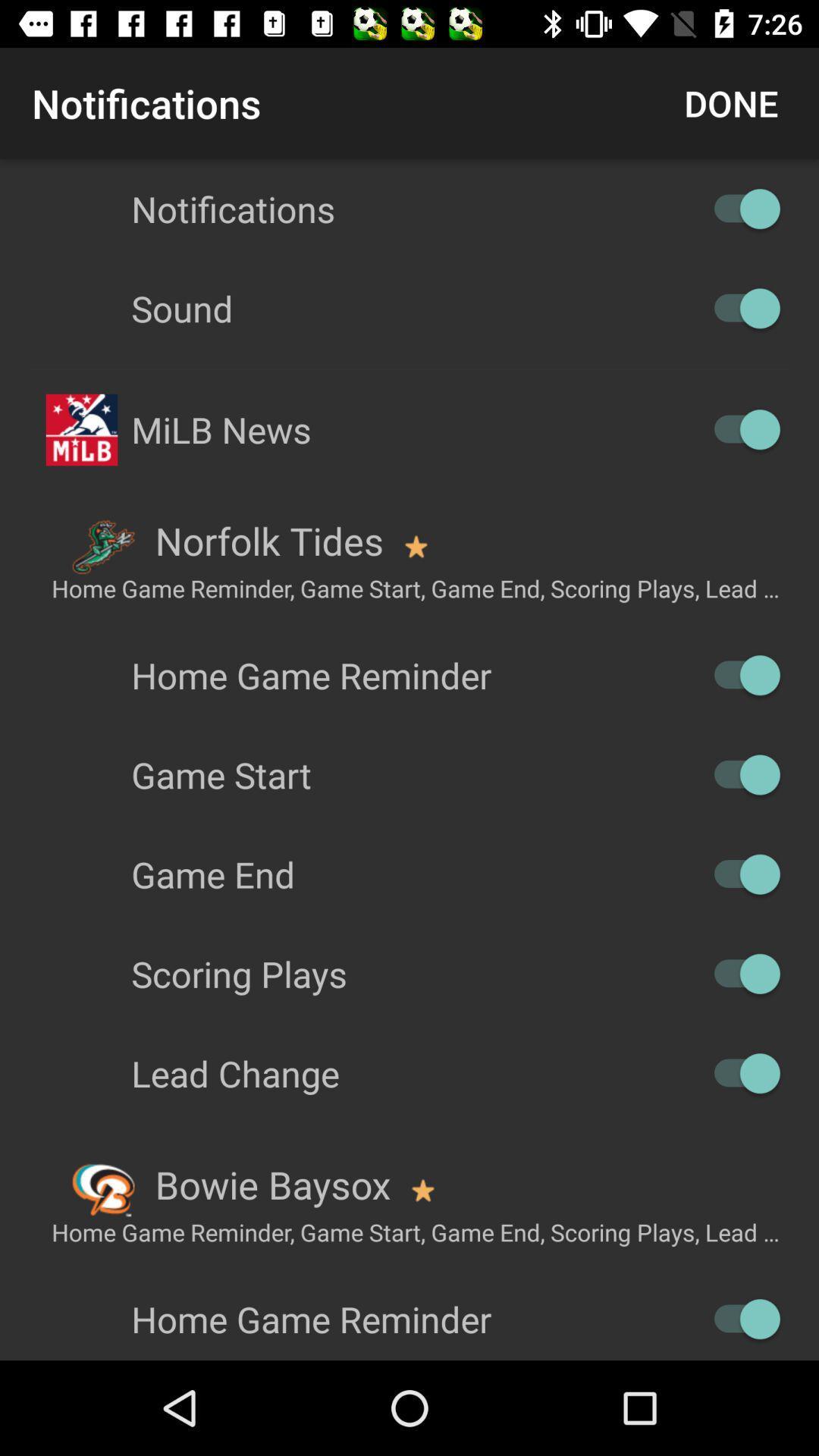 The image size is (819, 1456). I want to click on feature enable button, so click(739, 974).